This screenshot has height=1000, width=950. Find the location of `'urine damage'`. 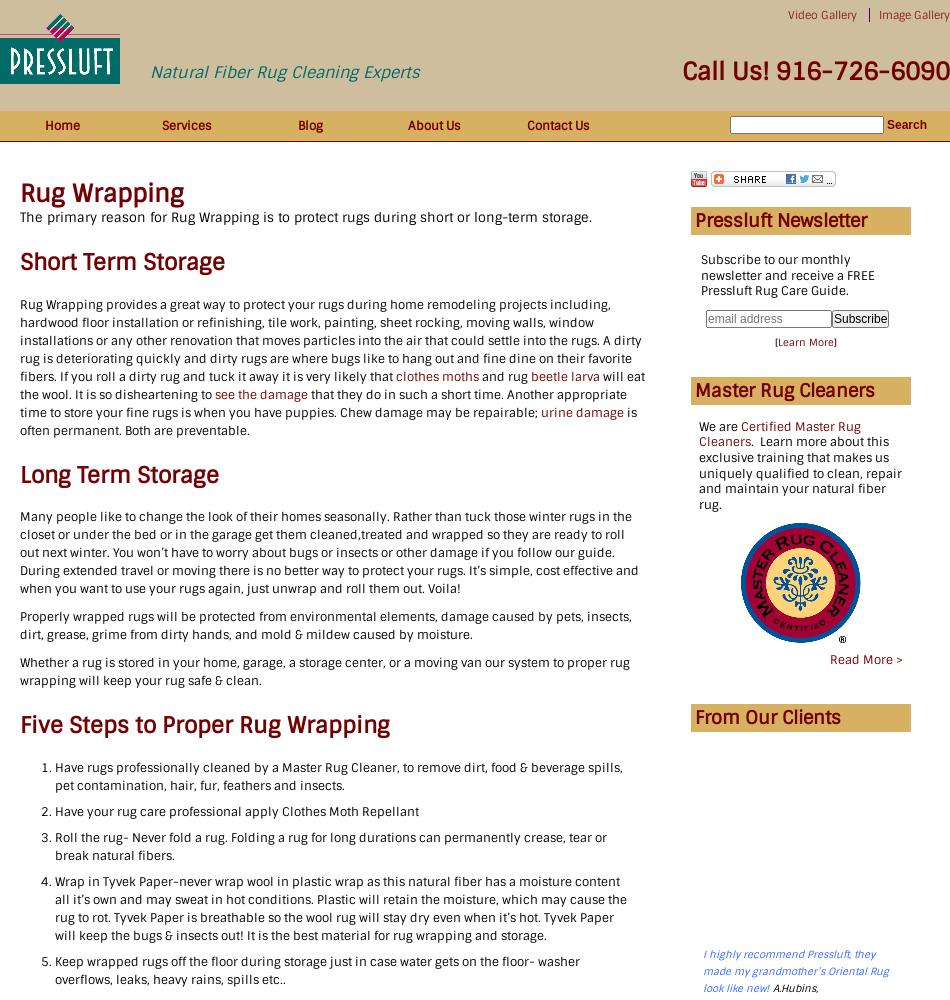

'urine damage' is located at coordinates (582, 412).